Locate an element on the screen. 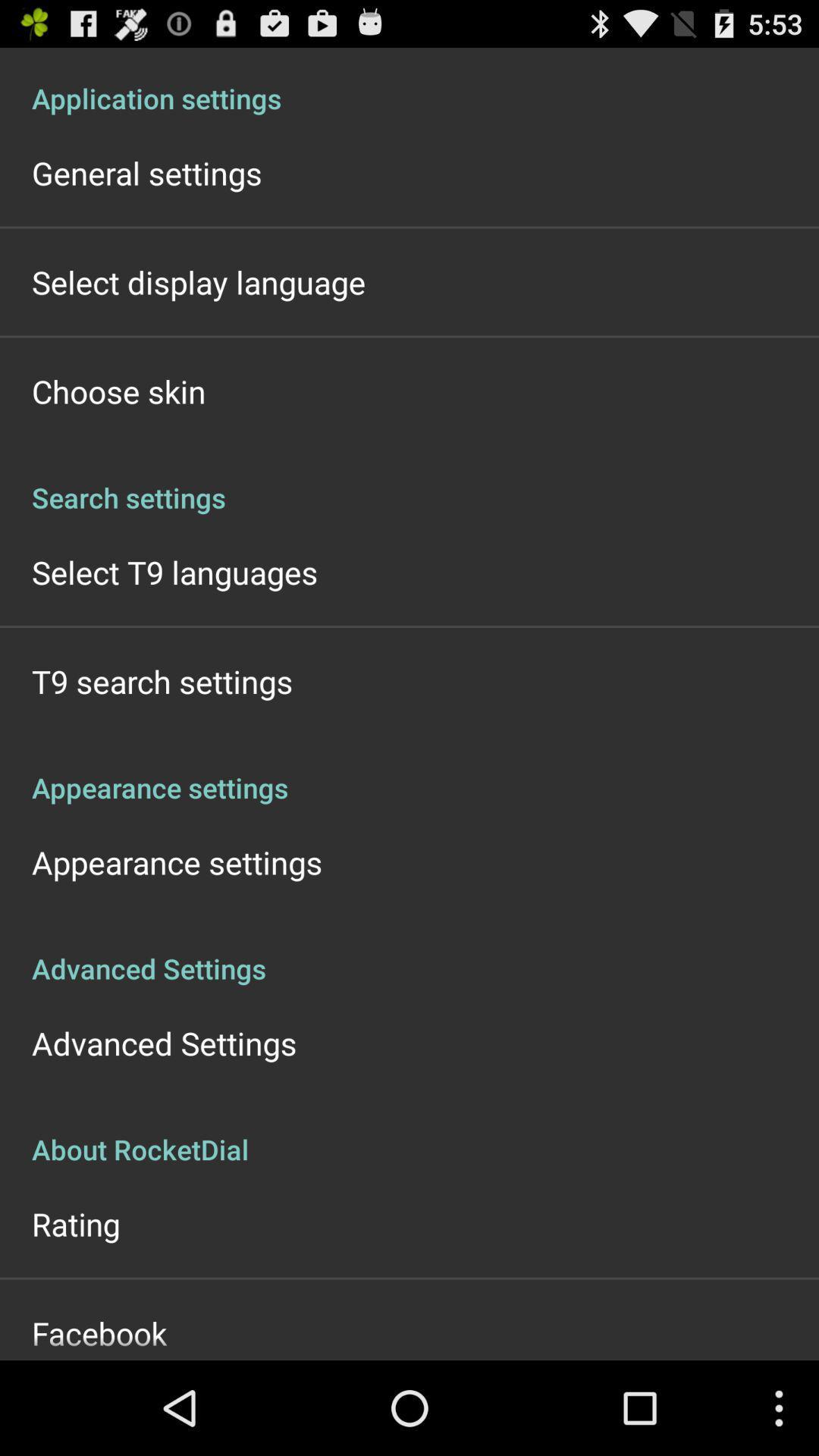 The image size is (819, 1456). icon below the rating app is located at coordinates (99, 1332).